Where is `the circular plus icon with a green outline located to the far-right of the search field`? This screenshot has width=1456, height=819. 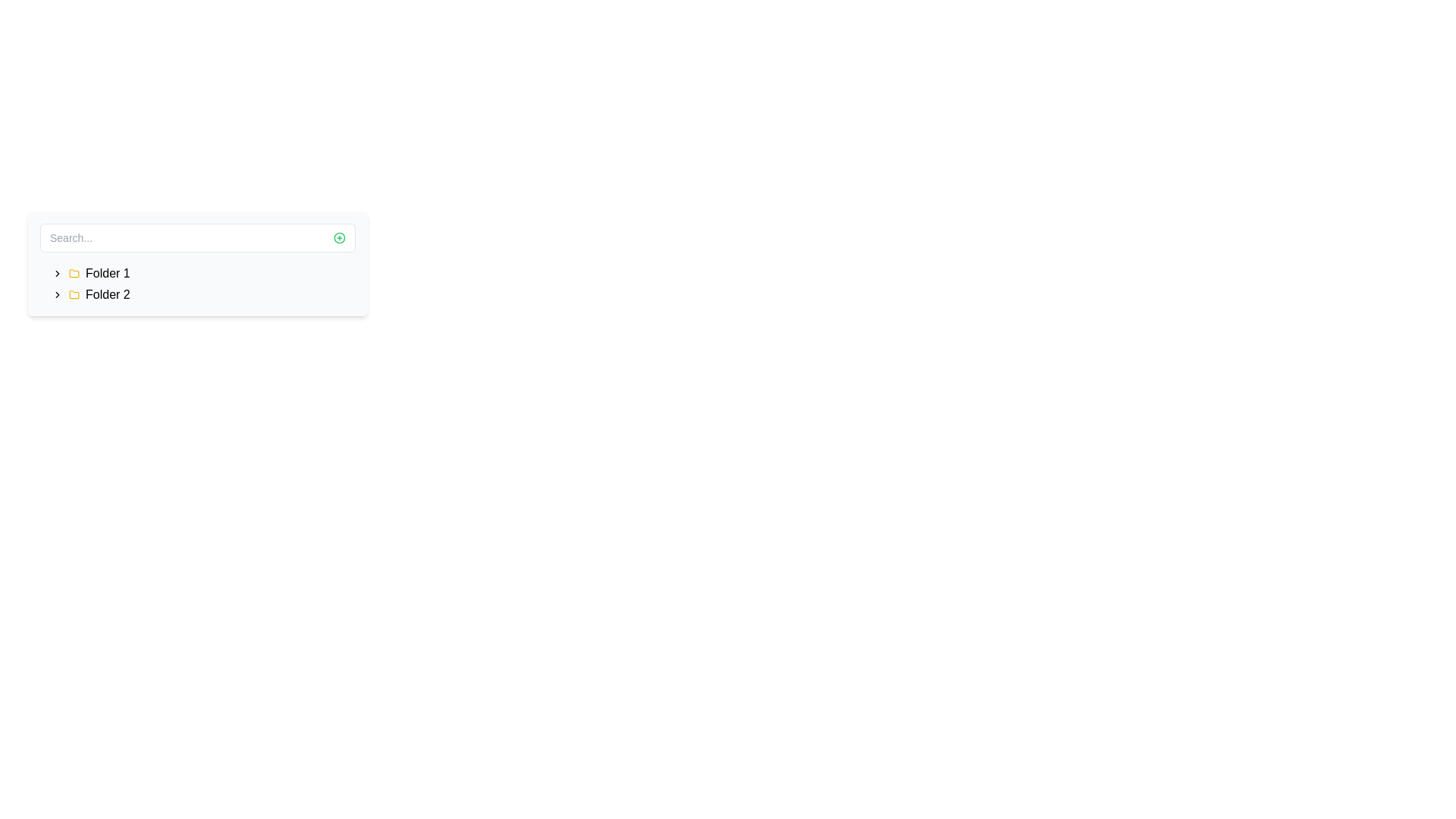
the circular plus icon with a green outline located to the far-right of the search field is located at coordinates (338, 237).